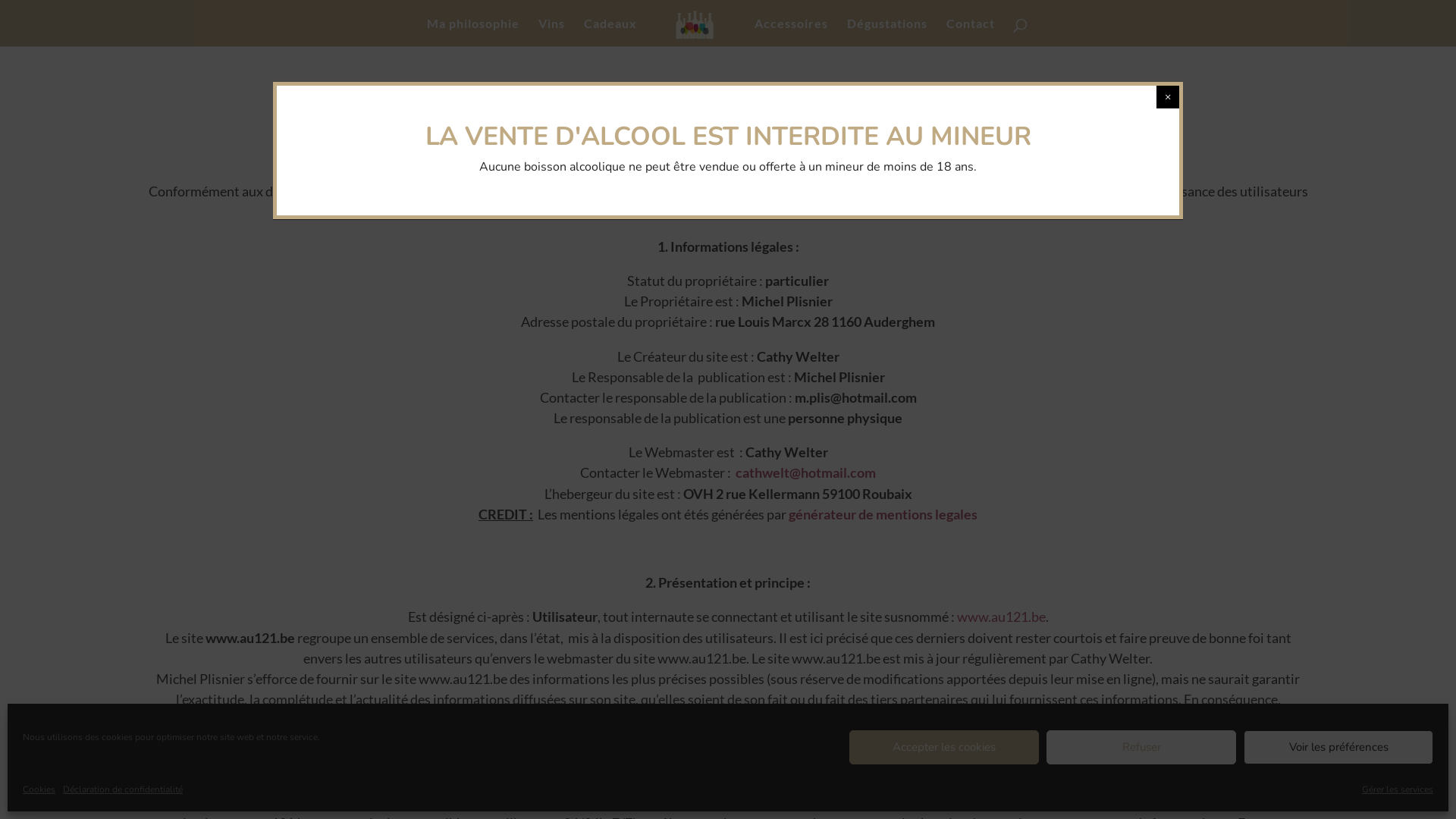 Image resolution: width=1456 pixels, height=819 pixels. What do you see at coordinates (943, 746) in the screenshot?
I see `'Accepter les cookies'` at bounding box center [943, 746].